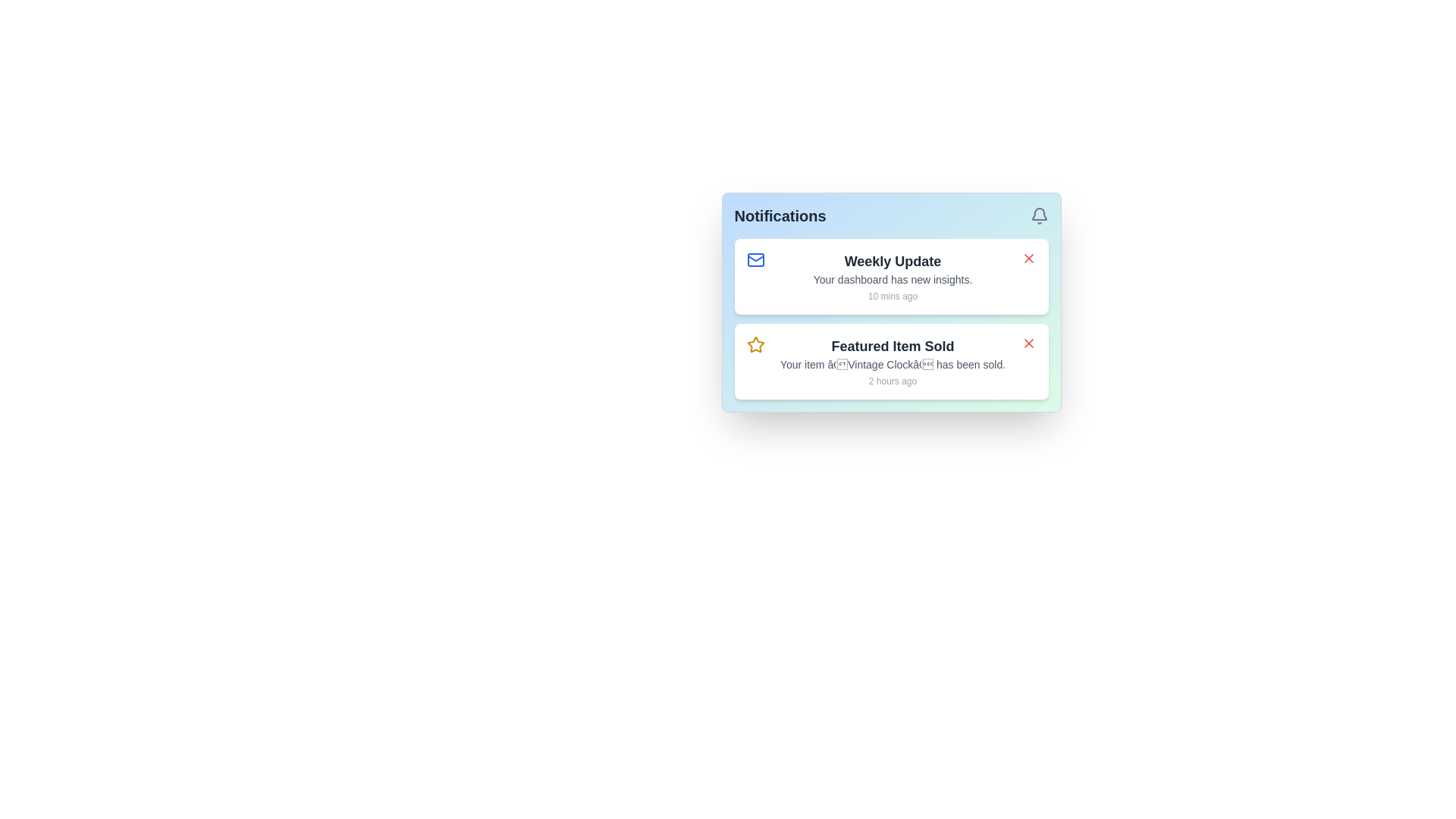 The height and width of the screenshot is (819, 1456). I want to click on text of the Notification item located at the top of the notification panel, adjacent to an envelope icon on the left and a close (X) button on the right, so click(893, 277).